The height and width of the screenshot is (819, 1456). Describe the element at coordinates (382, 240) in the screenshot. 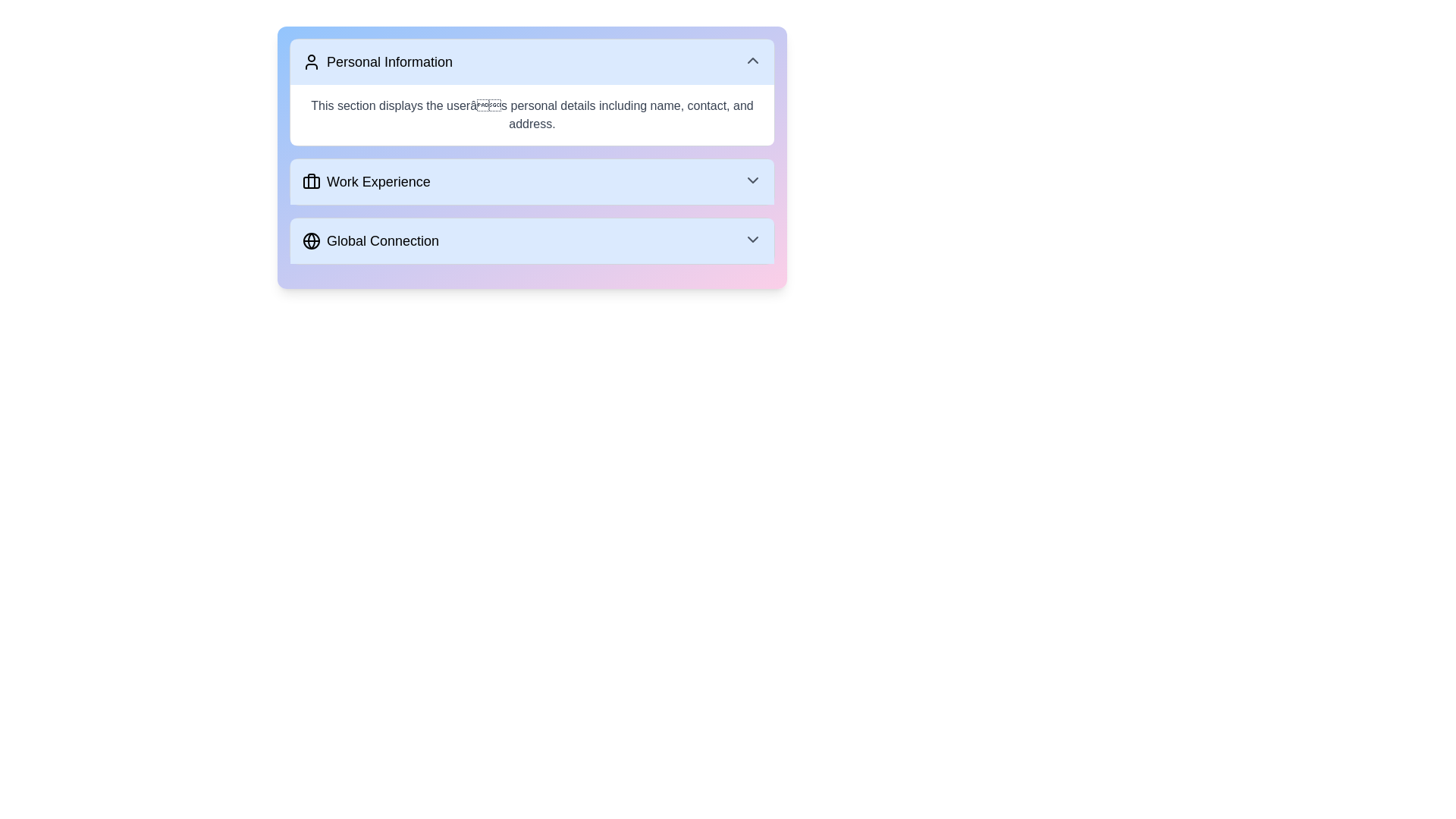

I see `the label indicating global connections located to the right of the globe icon in the bottom section of the interface` at that location.